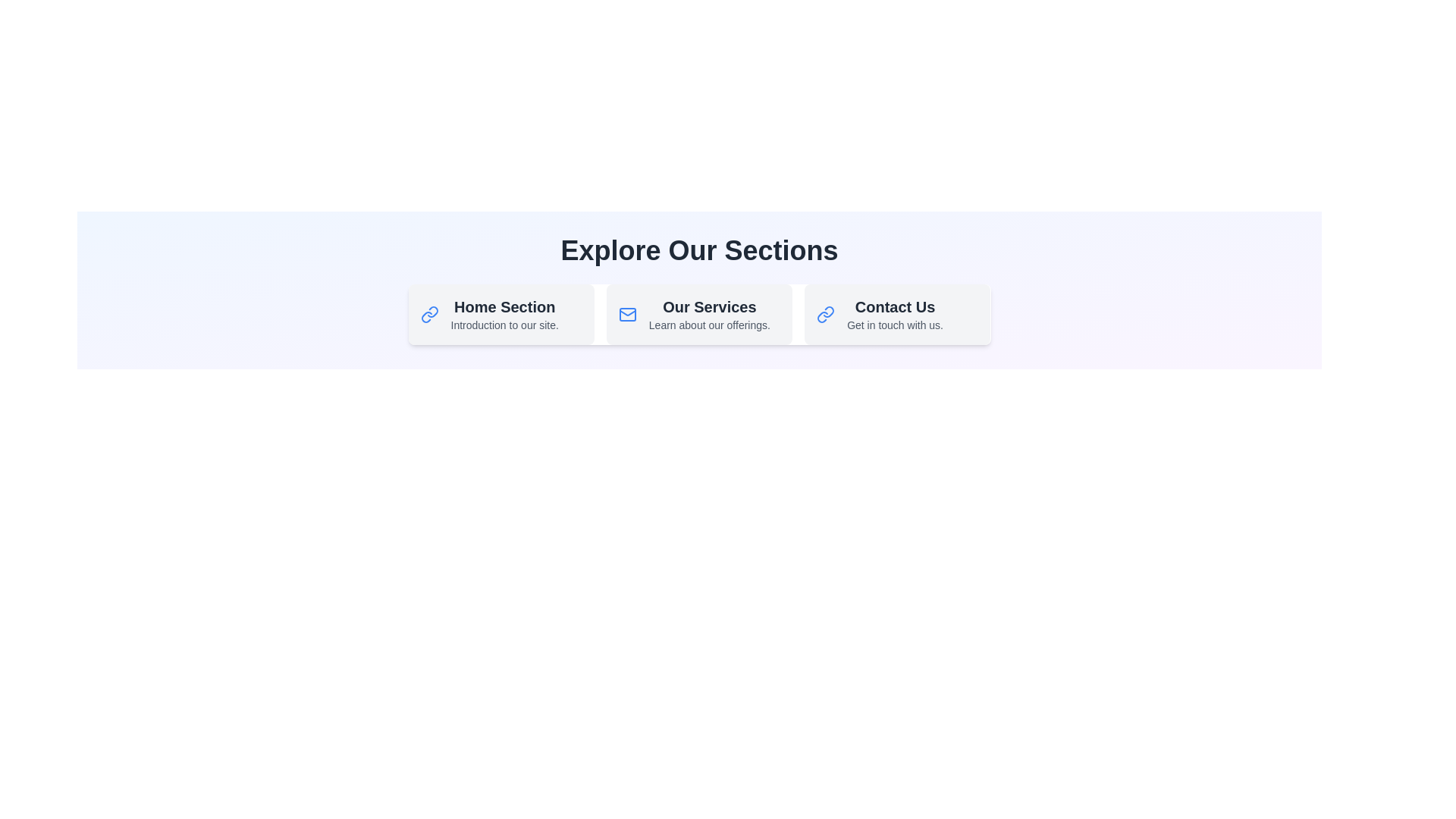 The width and height of the screenshot is (1456, 819). Describe the element at coordinates (897, 314) in the screenshot. I see `the 'Contact Us' informational panel located in the right section of the horizontal layout` at that location.